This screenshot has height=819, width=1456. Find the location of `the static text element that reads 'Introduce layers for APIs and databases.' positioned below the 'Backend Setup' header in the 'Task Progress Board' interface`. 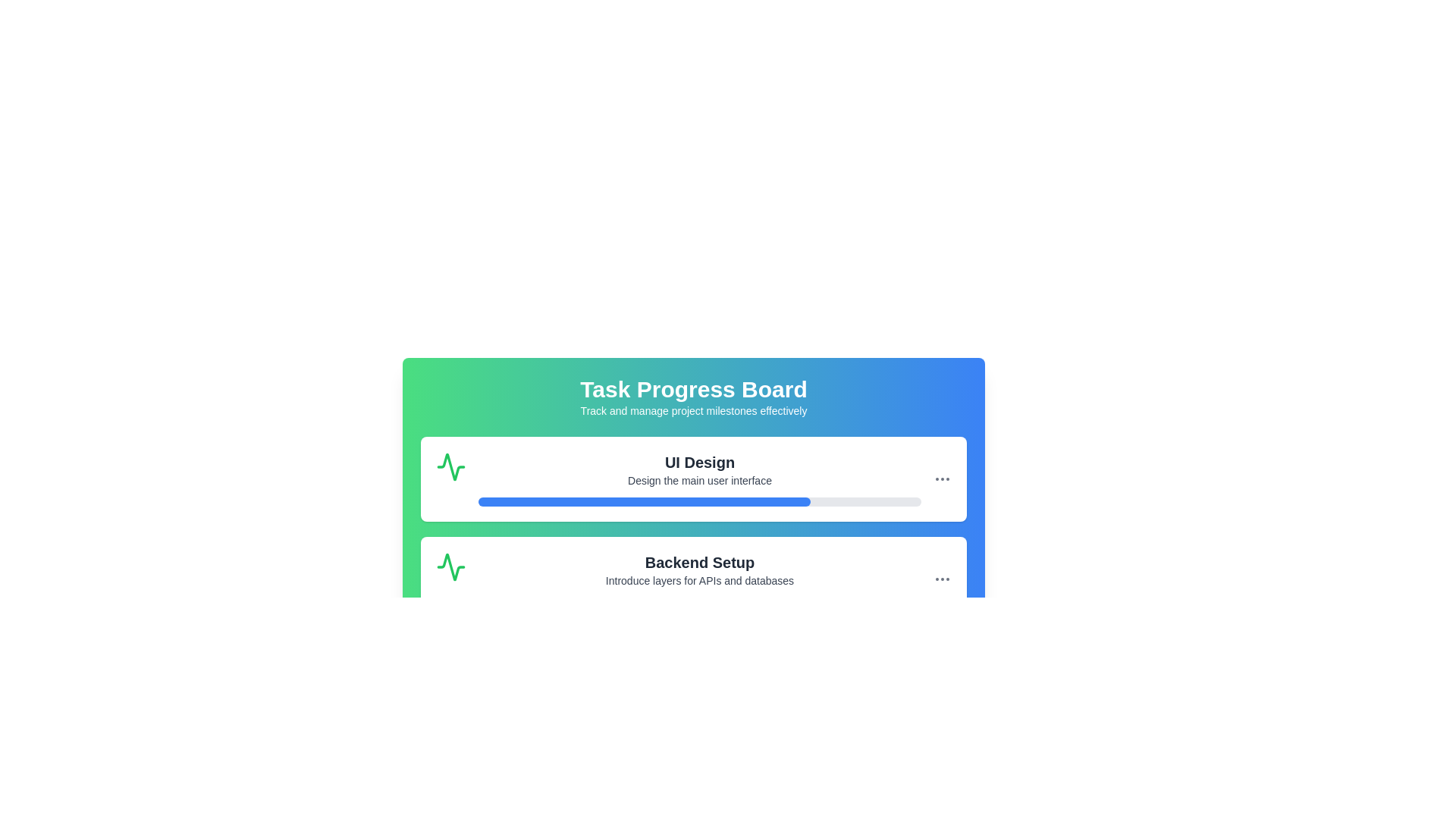

the static text element that reads 'Introduce layers for APIs and databases.' positioned below the 'Backend Setup' header in the 'Task Progress Board' interface is located at coordinates (698, 580).